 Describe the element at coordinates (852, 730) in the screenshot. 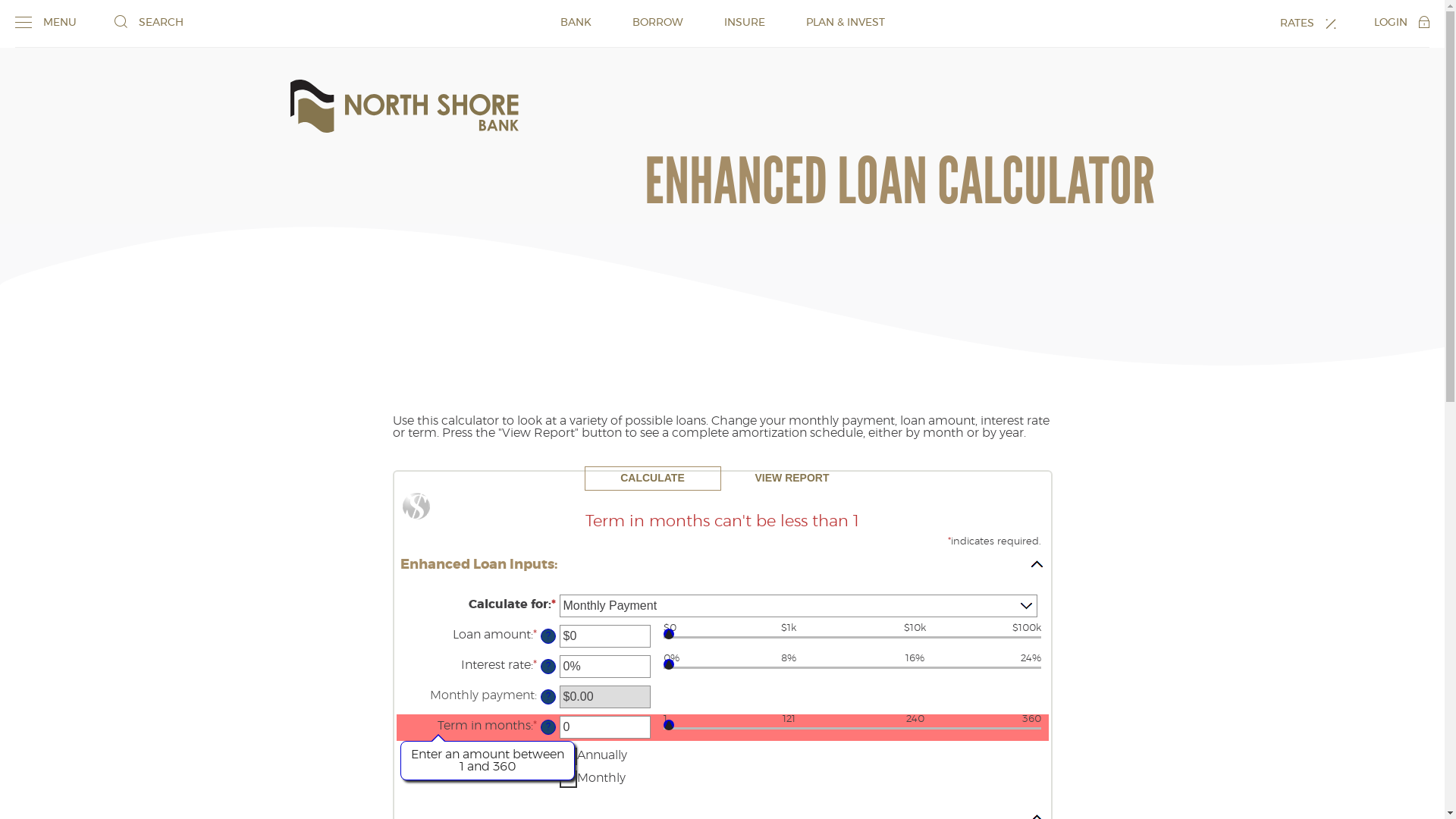

I see `'Term in months slider'` at that location.